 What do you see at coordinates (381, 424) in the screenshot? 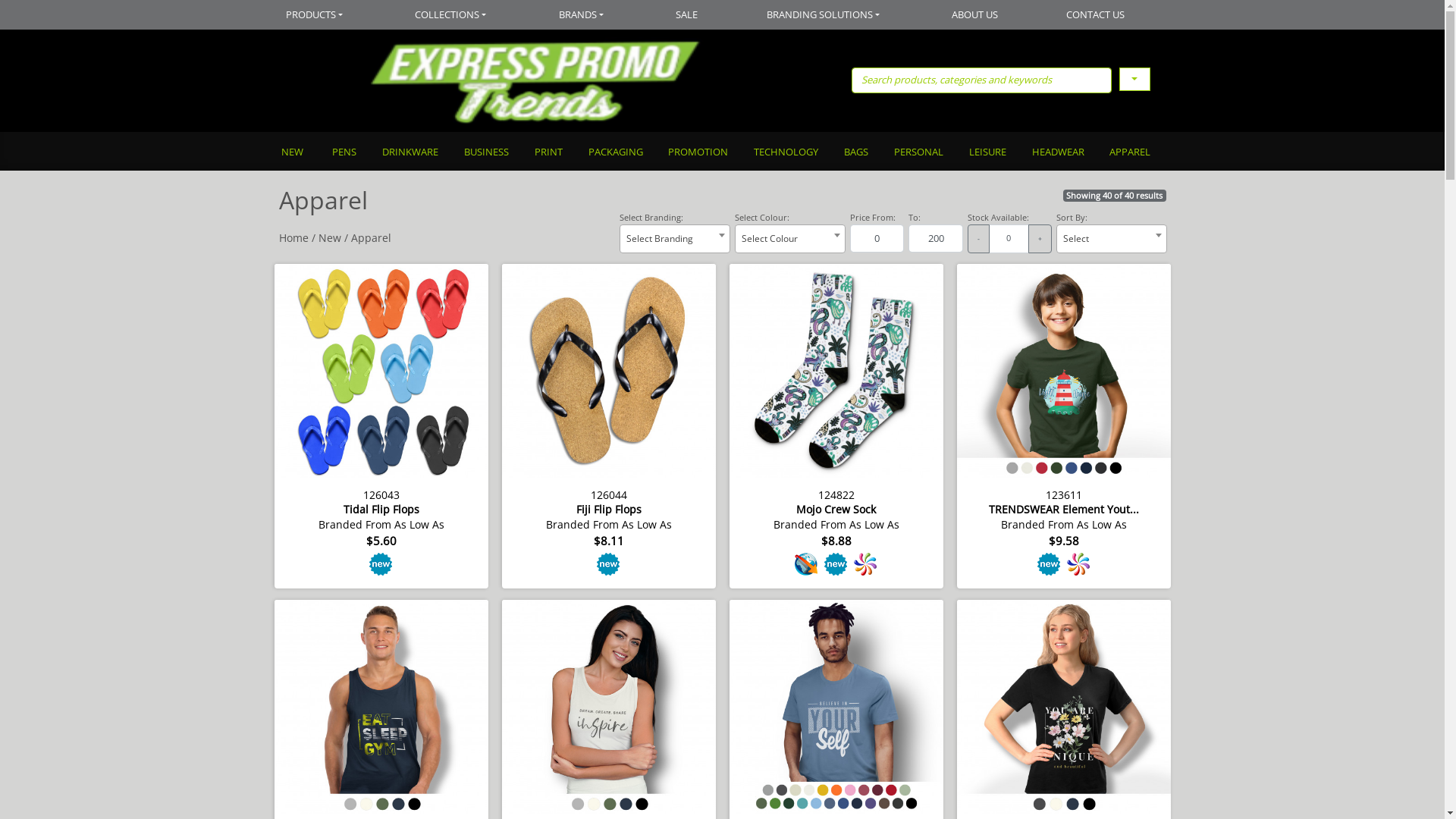
I see `'126043` at bounding box center [381, 424].